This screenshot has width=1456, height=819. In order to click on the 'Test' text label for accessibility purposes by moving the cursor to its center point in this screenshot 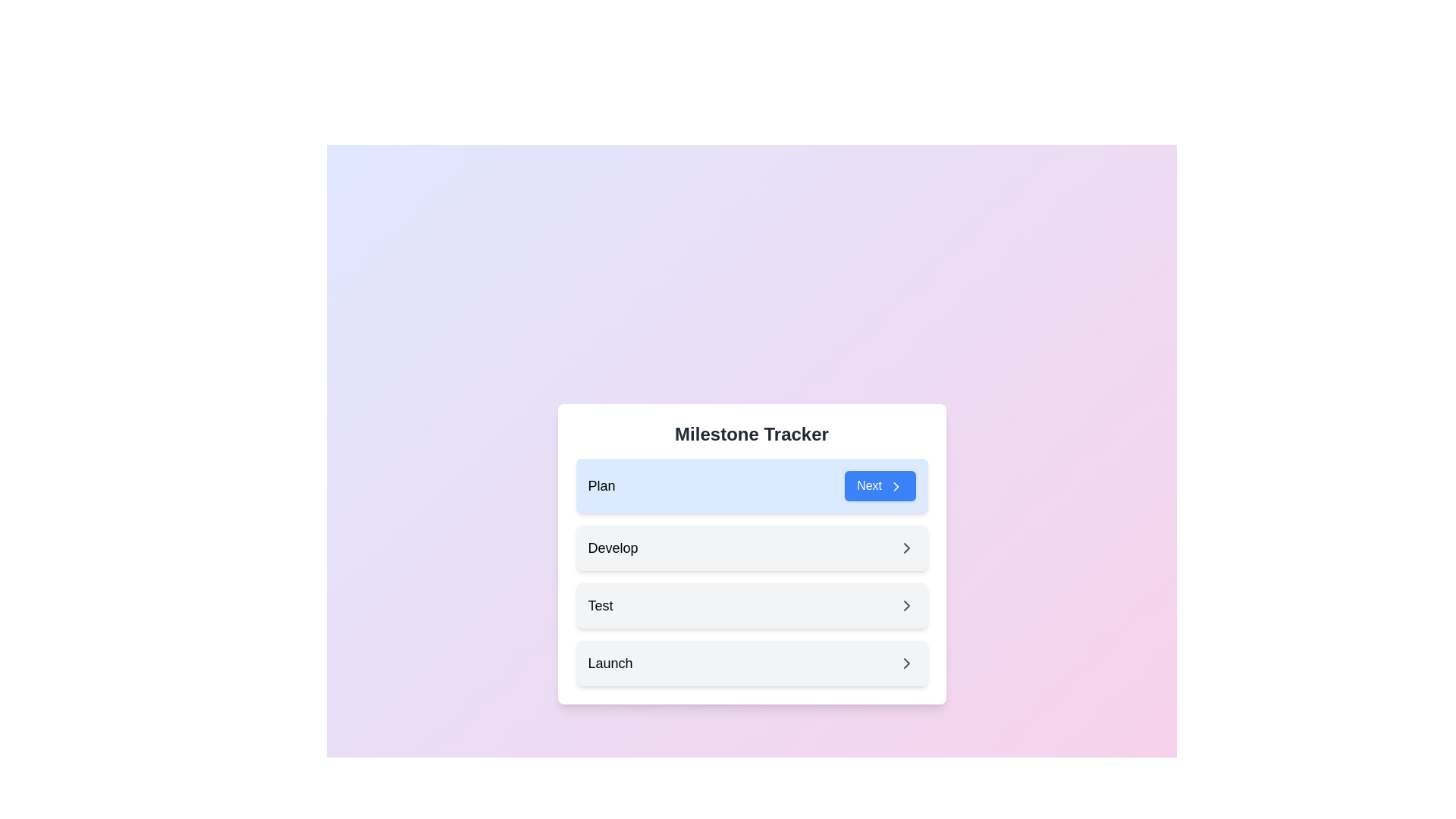, I will do `click(600, 604)`.